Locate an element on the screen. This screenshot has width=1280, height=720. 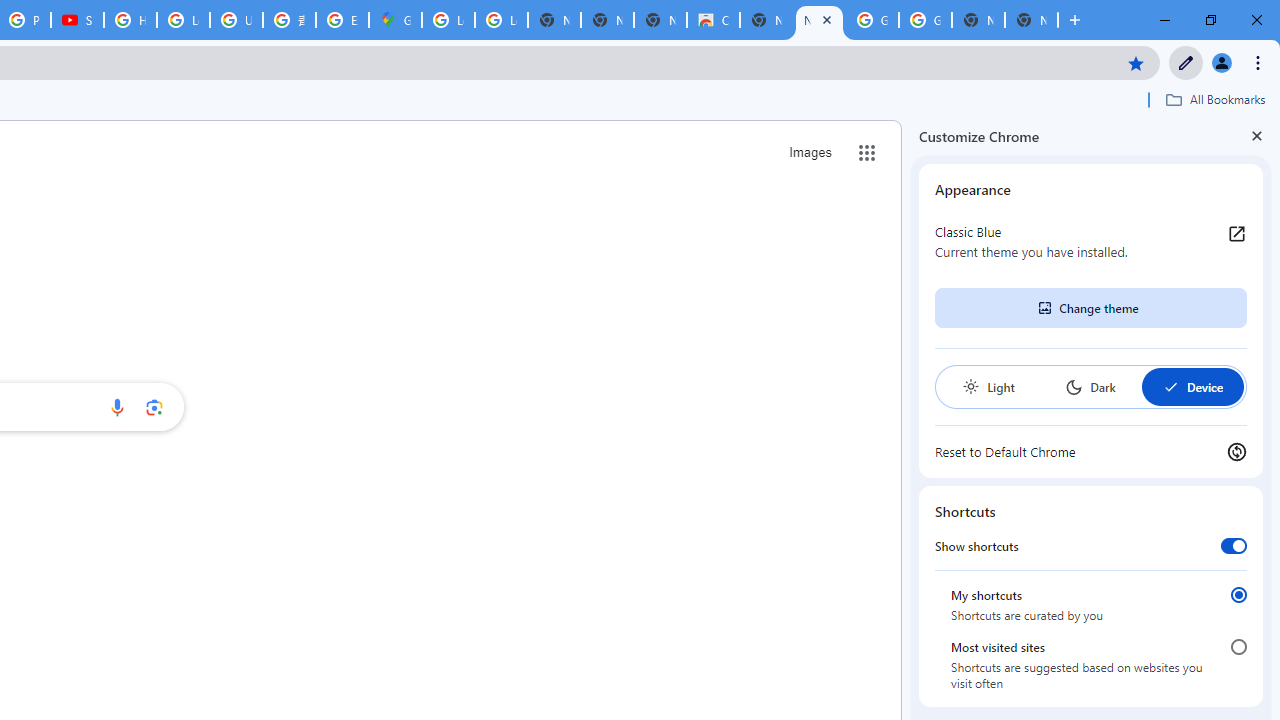
'Chrome Web Store' is located at coordinates (713, 20).